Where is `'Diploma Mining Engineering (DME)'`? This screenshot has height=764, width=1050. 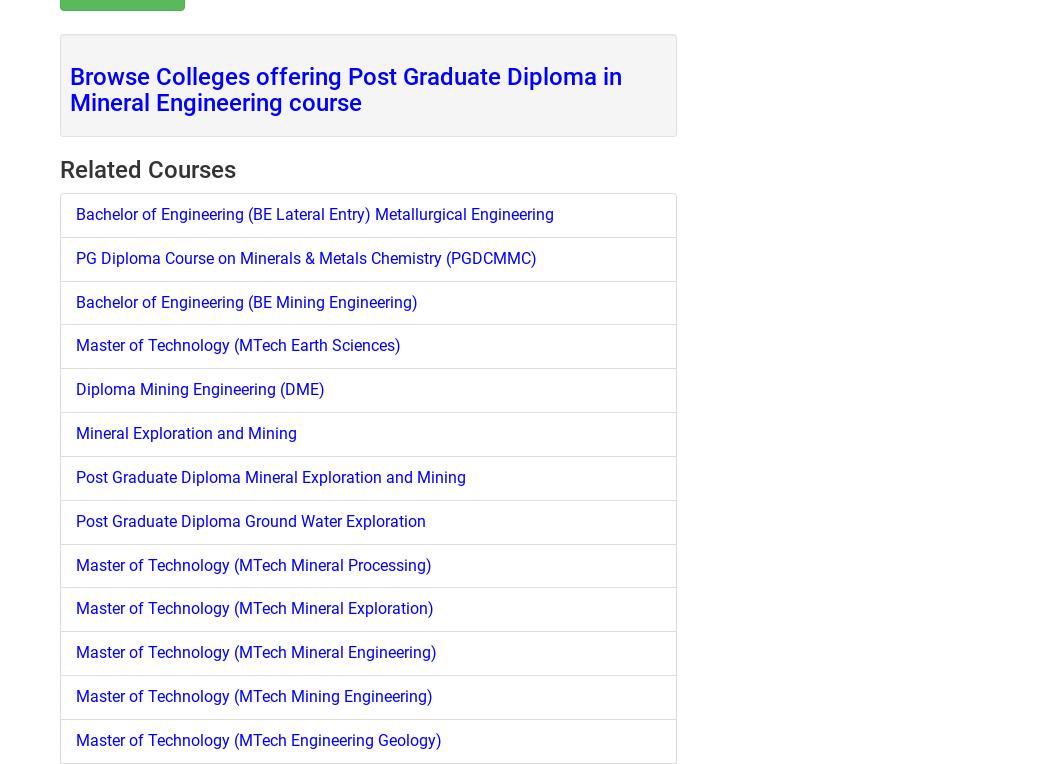 'Diploma Mining Engineering (DME)' is located at coordinates (199, 388).